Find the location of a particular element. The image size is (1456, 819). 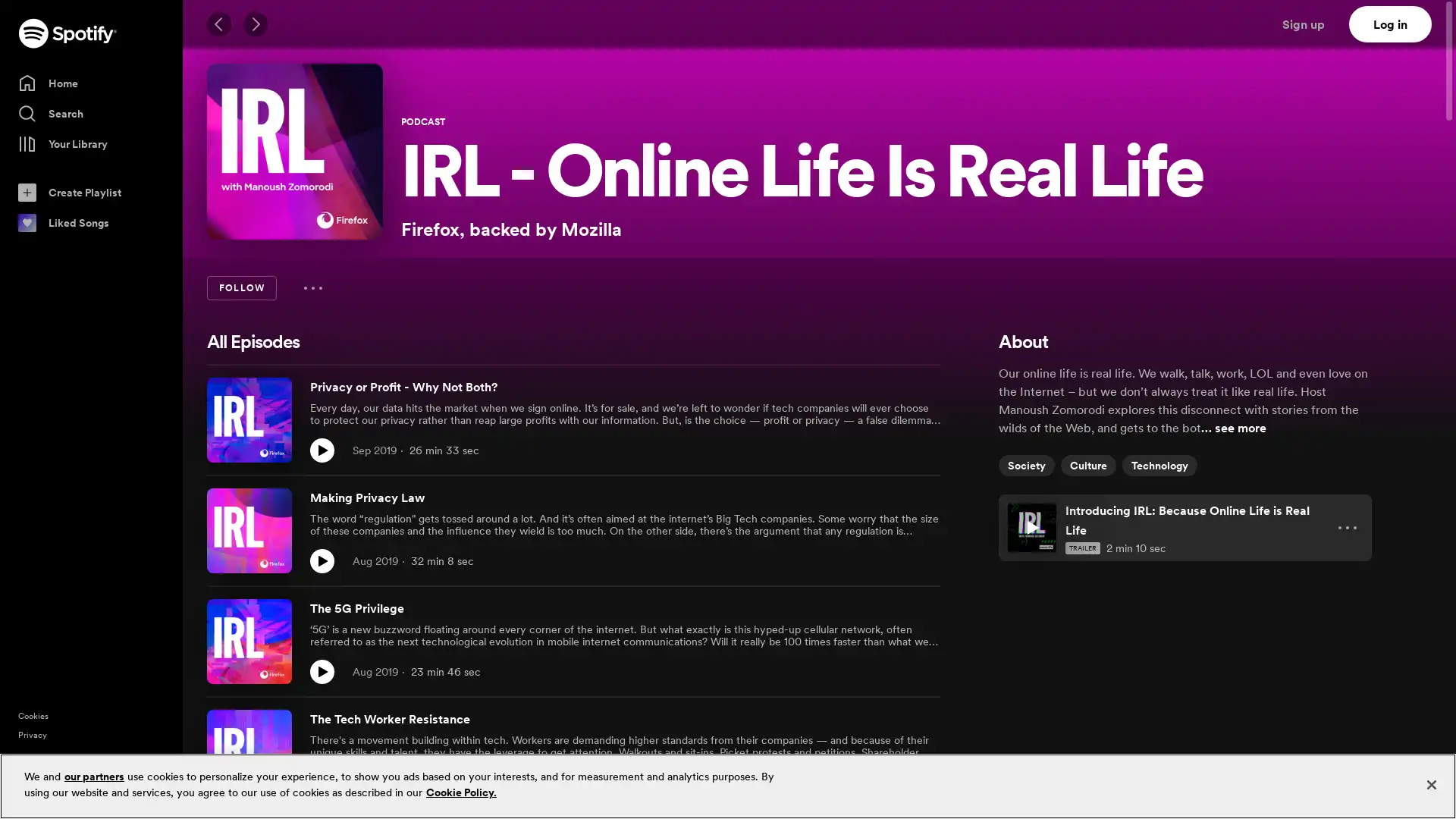

Share is located at coordinates (895, 783).